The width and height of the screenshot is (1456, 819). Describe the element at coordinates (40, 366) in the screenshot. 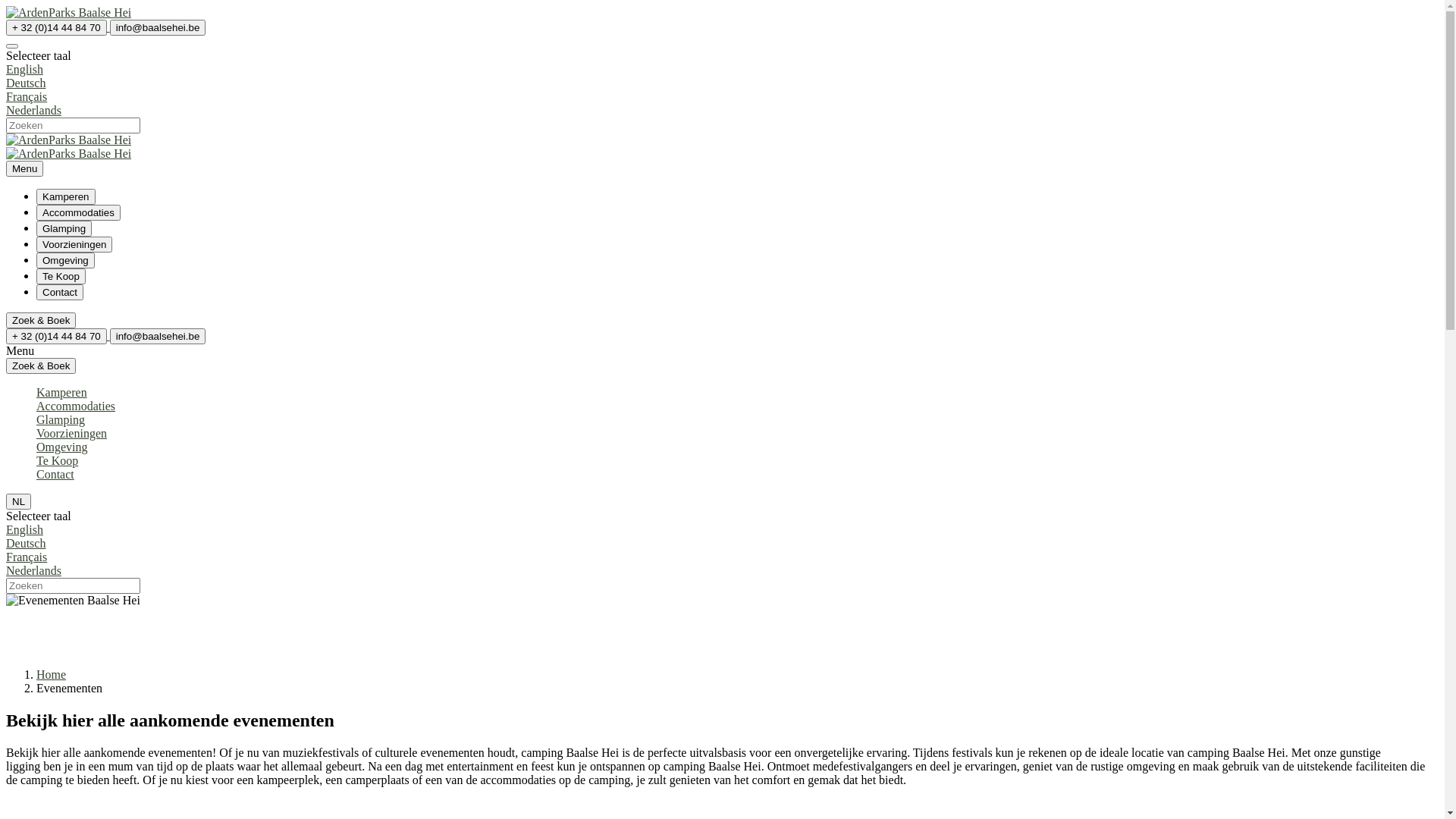

I see `'Zoek & Boek'` at that location.